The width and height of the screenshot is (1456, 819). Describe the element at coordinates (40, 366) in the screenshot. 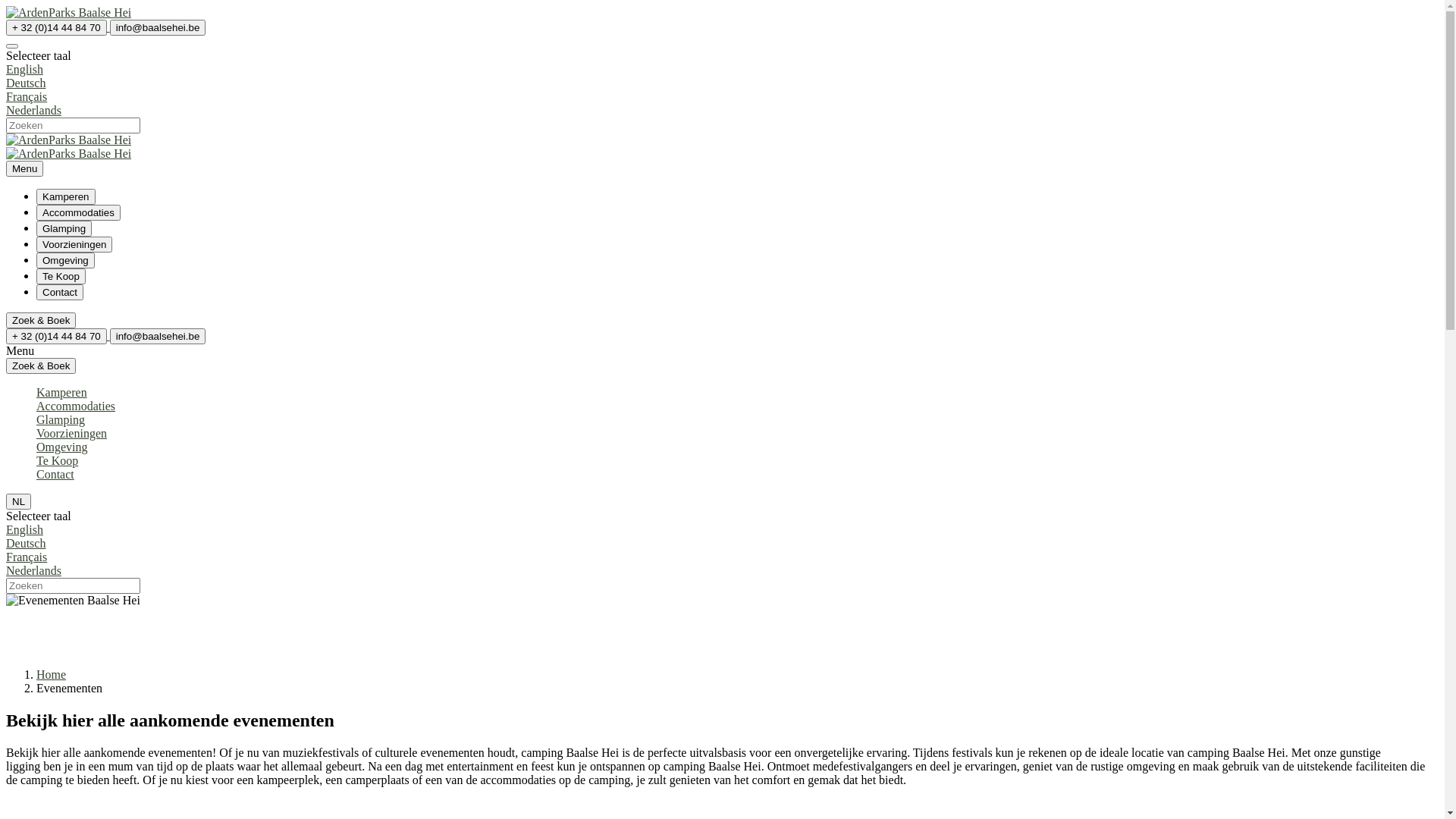

I see `'Zoek & Boek'` at that location.